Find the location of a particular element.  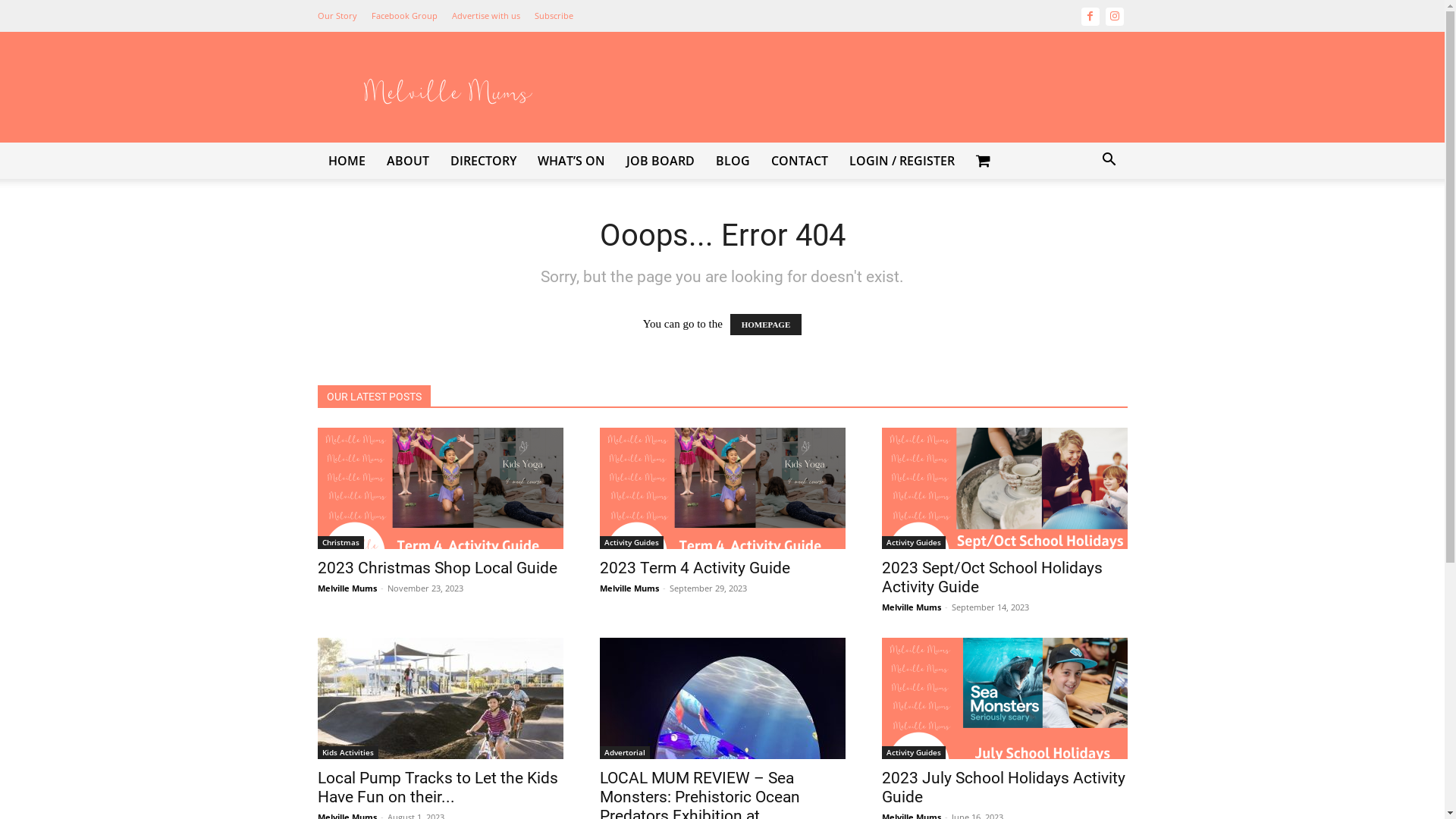

'Instagram' is located at coordinates (1114, 15).